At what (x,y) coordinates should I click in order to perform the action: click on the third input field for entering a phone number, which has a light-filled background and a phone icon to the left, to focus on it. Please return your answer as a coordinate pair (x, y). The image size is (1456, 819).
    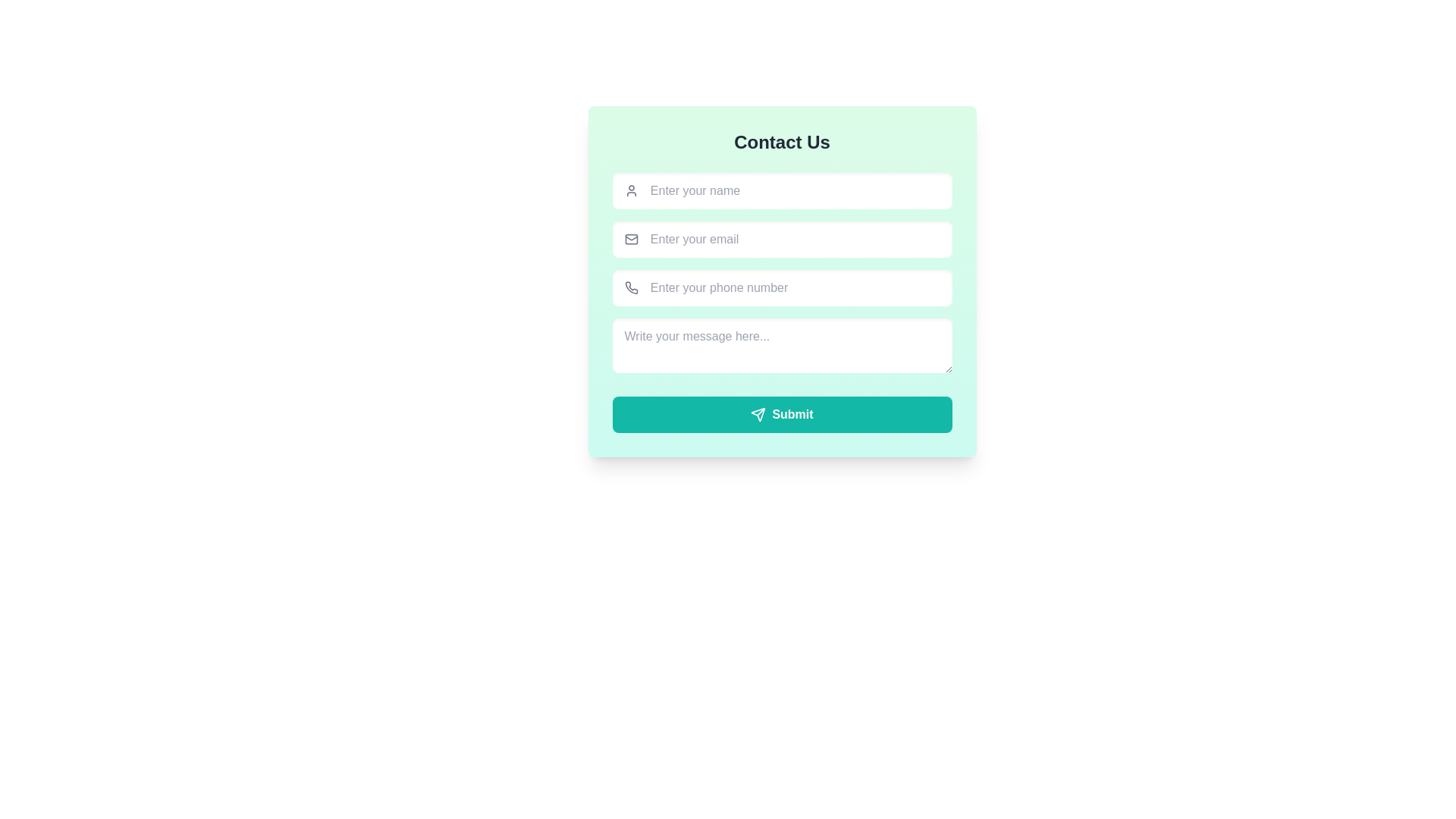
    Looking at the image, I should click on (782, 281).